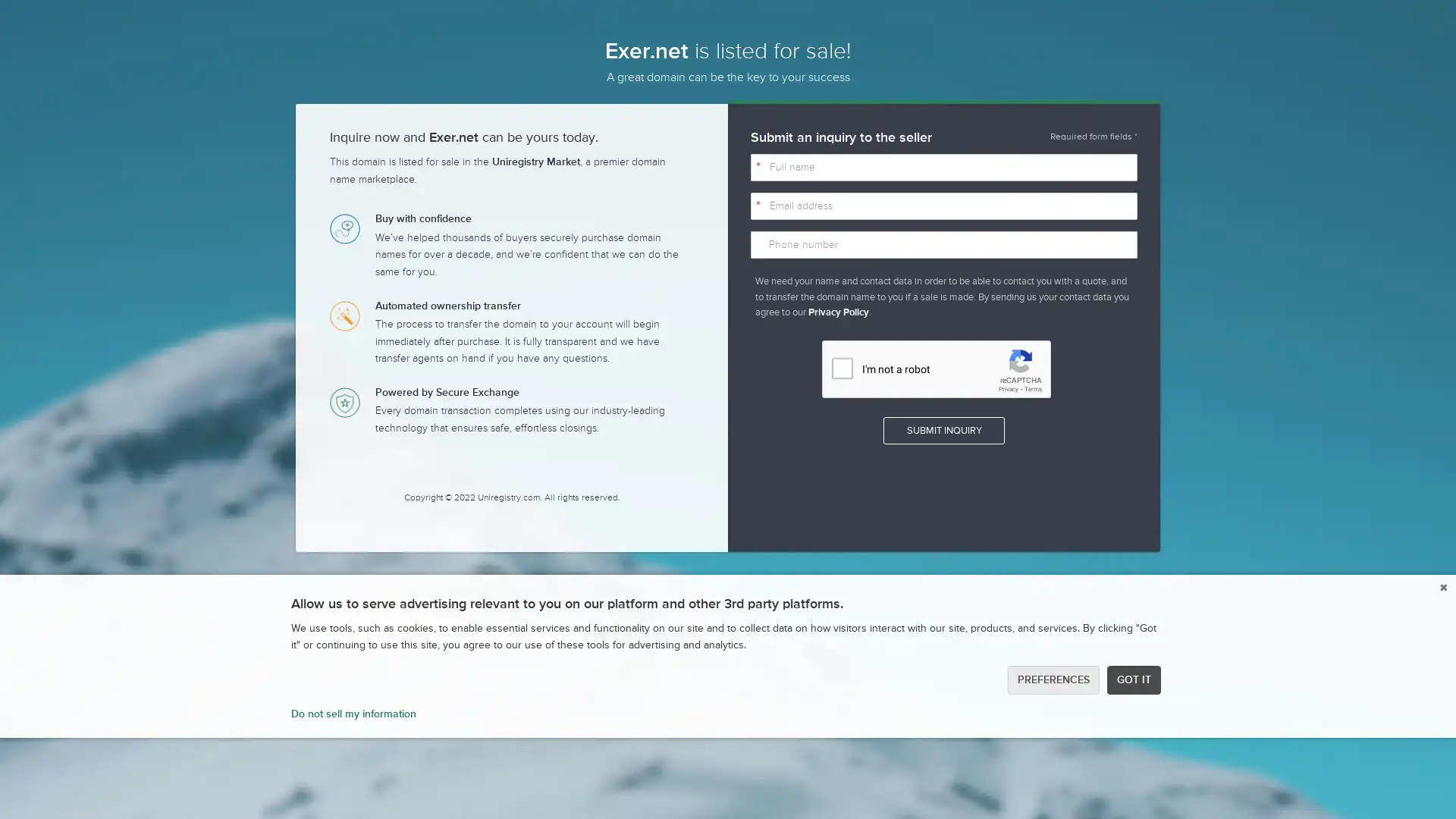 This screenshot has height=819, width=1456. Describe the element at coordinates (943, 430) in the screenshot. I see `SUBMIT INQUIRY` at that location.